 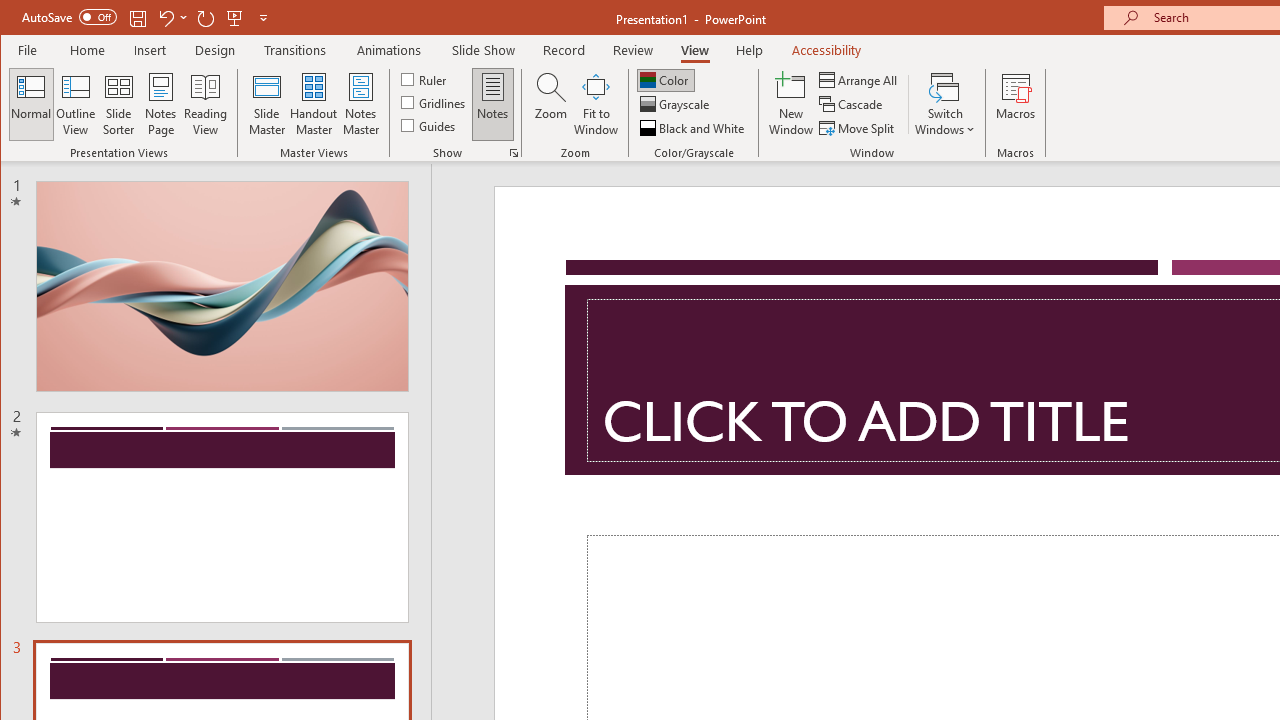 I want to click on 'Fit to Window', so click(x=595, y=104).